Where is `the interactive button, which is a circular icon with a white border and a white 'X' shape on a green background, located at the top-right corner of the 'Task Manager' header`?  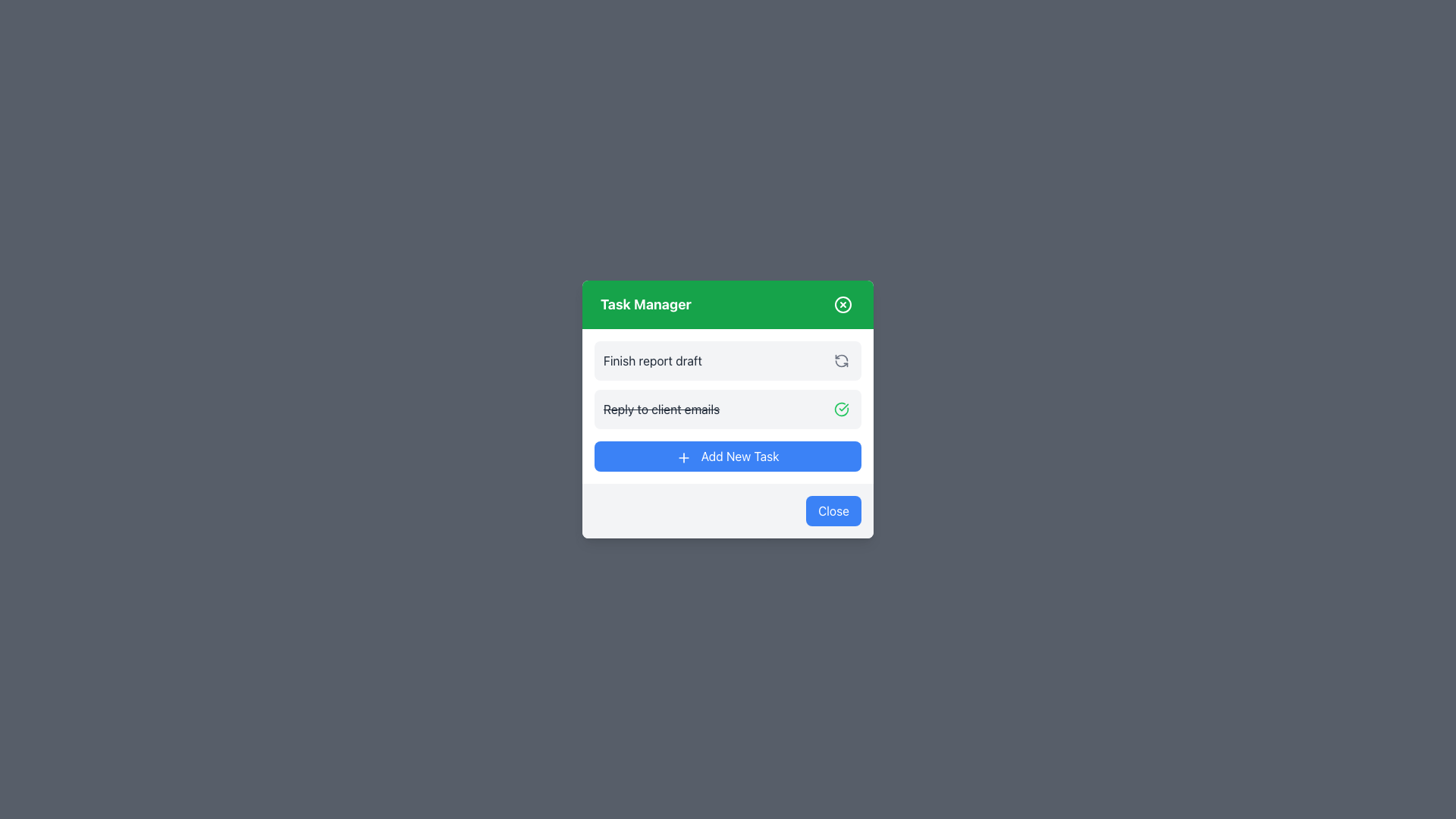
the interactive button, which is a circular icon with a white border and a white 'X' shape on a green background, located at the top-right corner of the 'Task Manager' header is located at coordinates (843, 304).